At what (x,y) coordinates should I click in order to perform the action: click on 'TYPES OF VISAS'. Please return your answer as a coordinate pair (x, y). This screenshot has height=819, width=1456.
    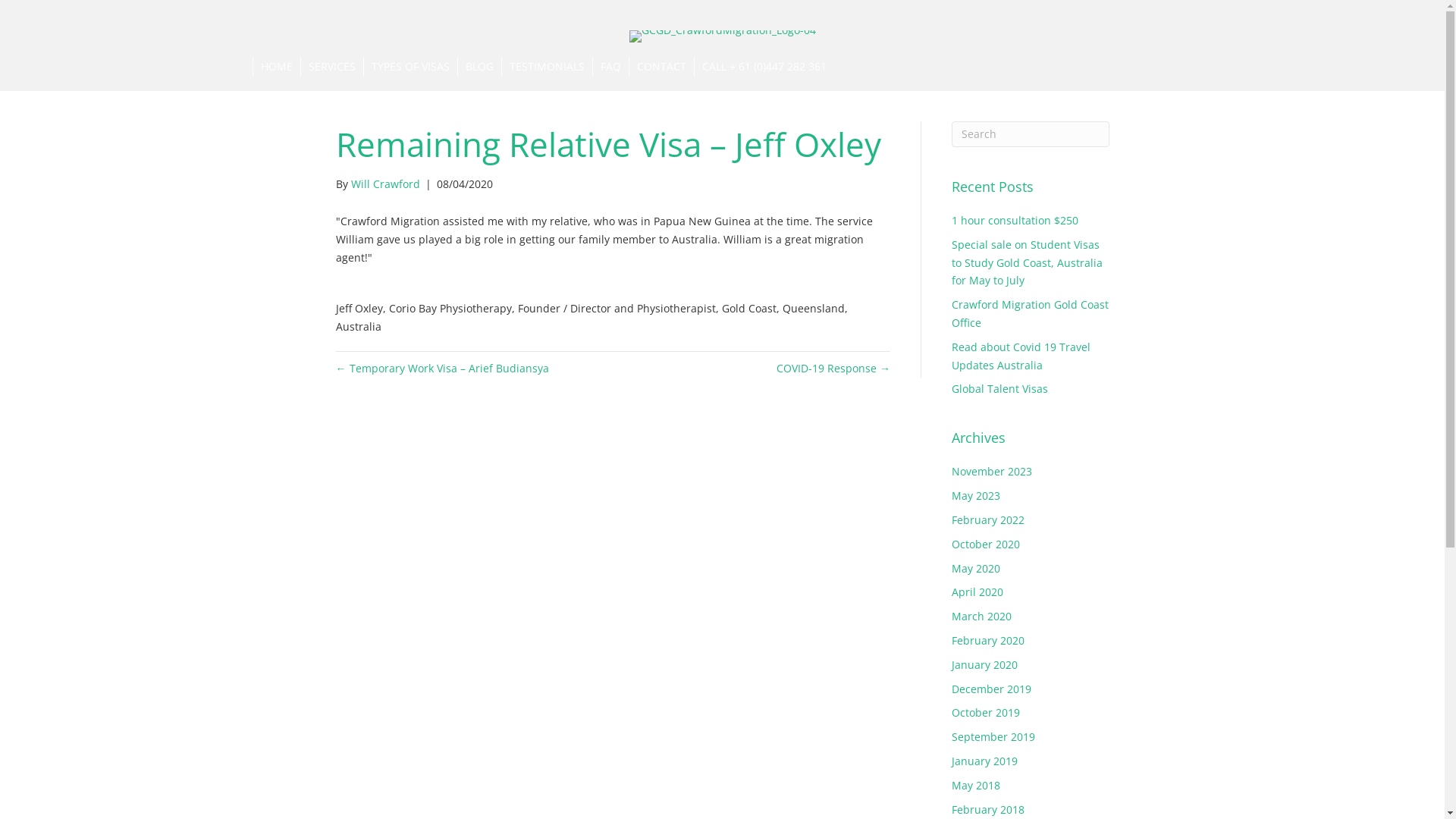
    Looking at the image, I should click on (409, 66).